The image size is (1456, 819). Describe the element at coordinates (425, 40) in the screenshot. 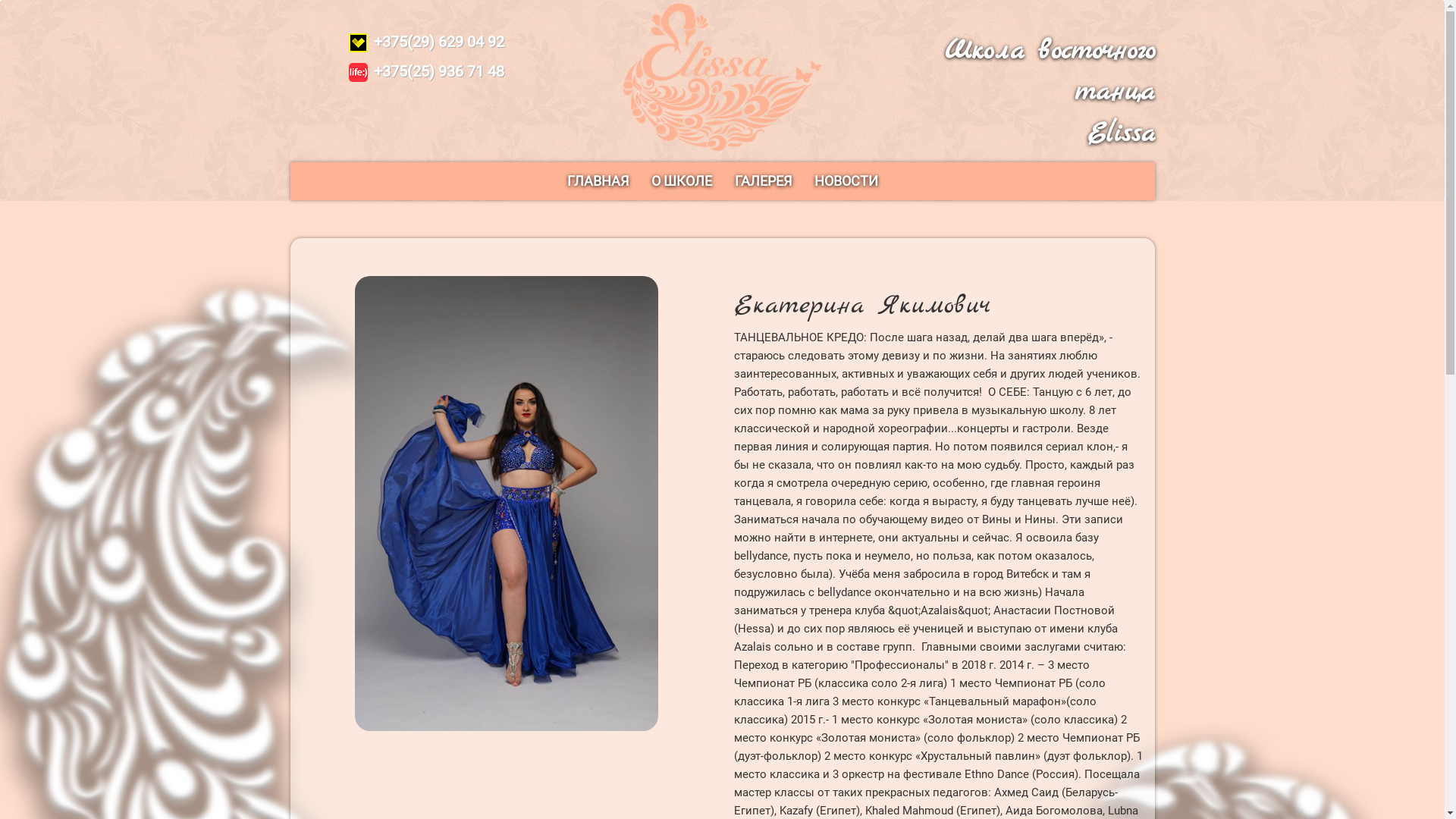

I see `'+375(29) 629 04 92'` at that location.